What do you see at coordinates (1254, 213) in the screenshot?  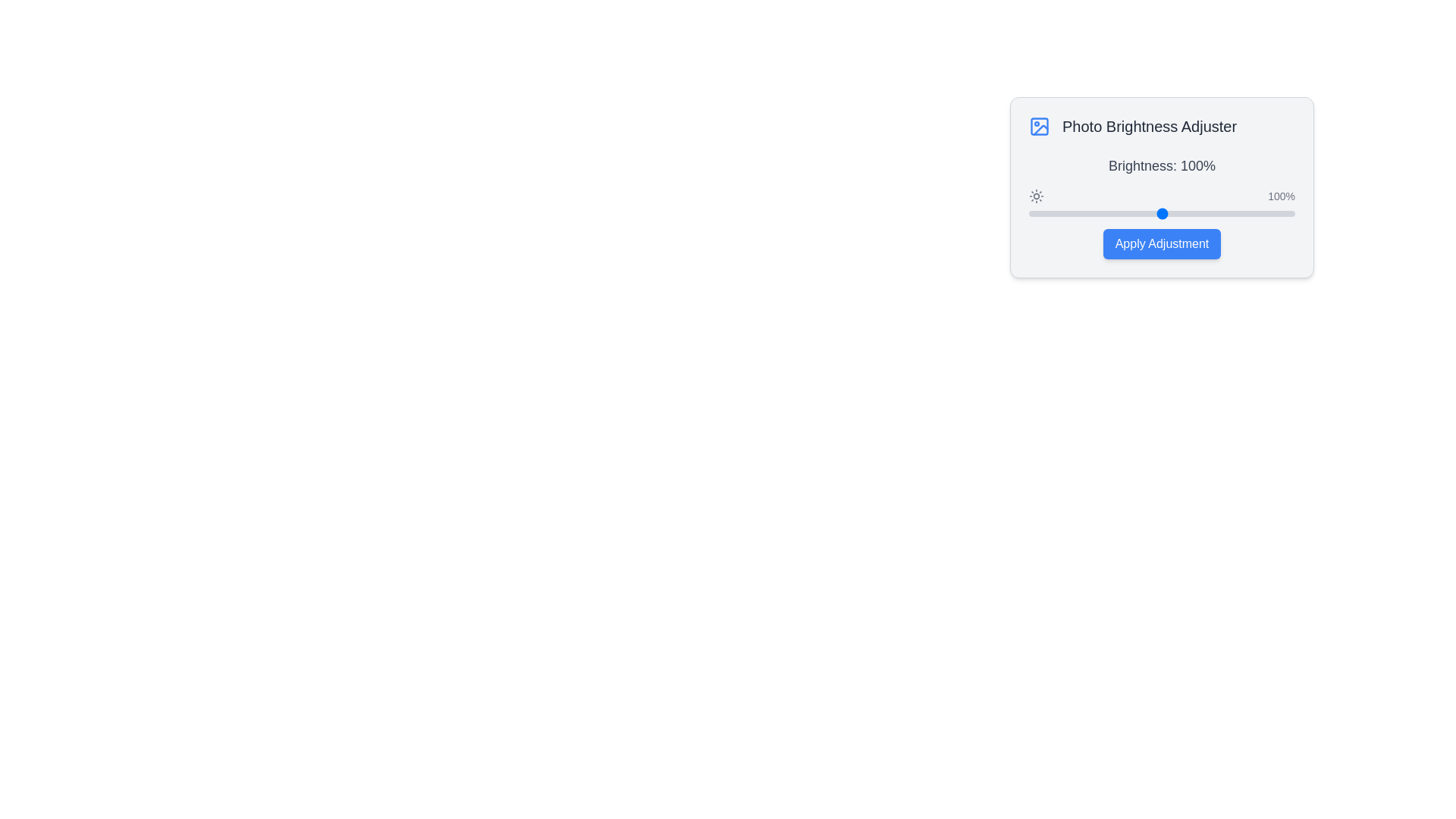 I see `the brightness slider to 169` at bounding box center [1254, 213].